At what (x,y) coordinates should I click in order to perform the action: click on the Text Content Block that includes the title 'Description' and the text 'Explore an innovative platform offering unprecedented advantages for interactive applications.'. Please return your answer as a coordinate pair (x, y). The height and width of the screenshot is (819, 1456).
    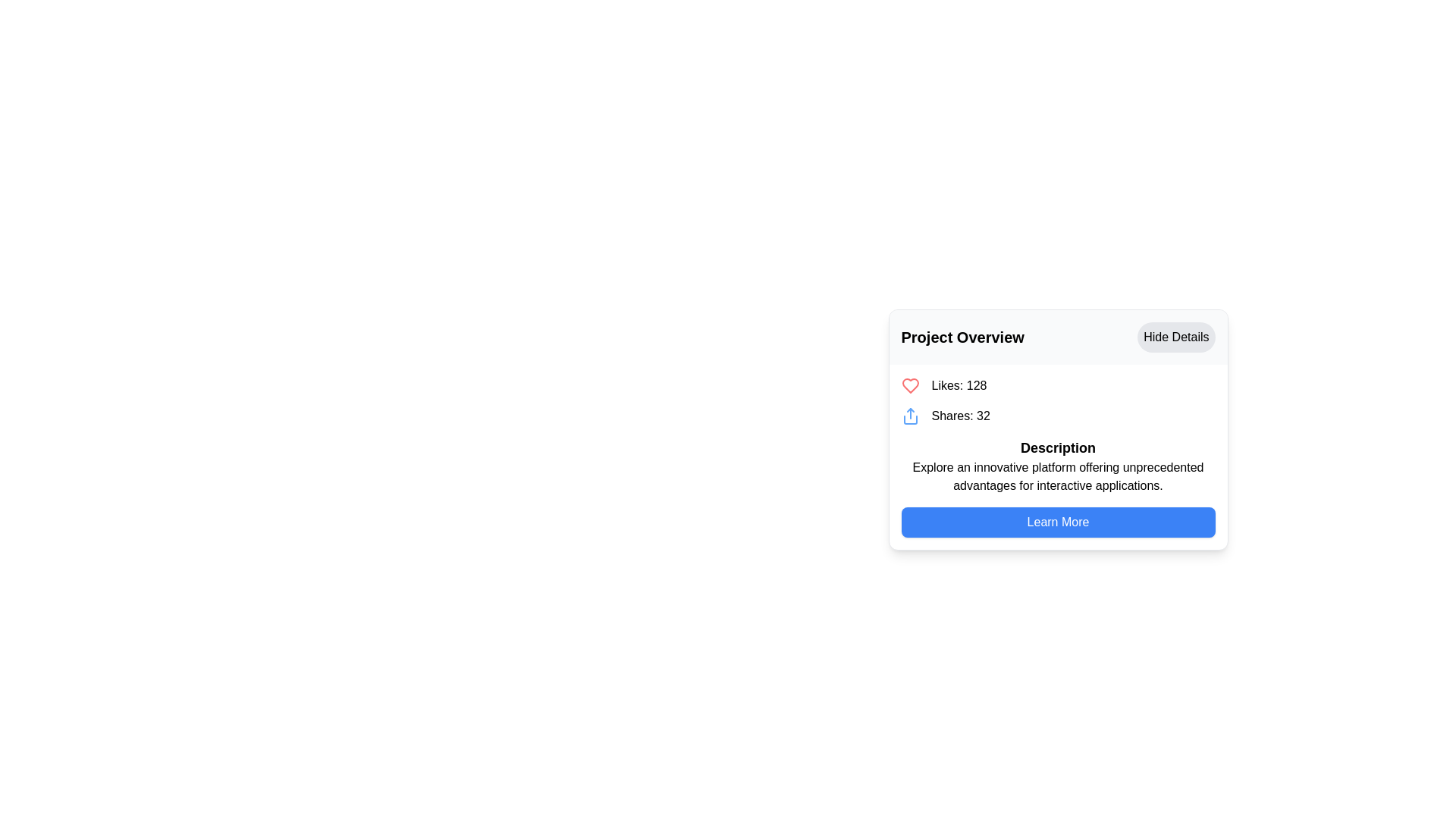
    Looking at the image, I should click on (1057, 465).